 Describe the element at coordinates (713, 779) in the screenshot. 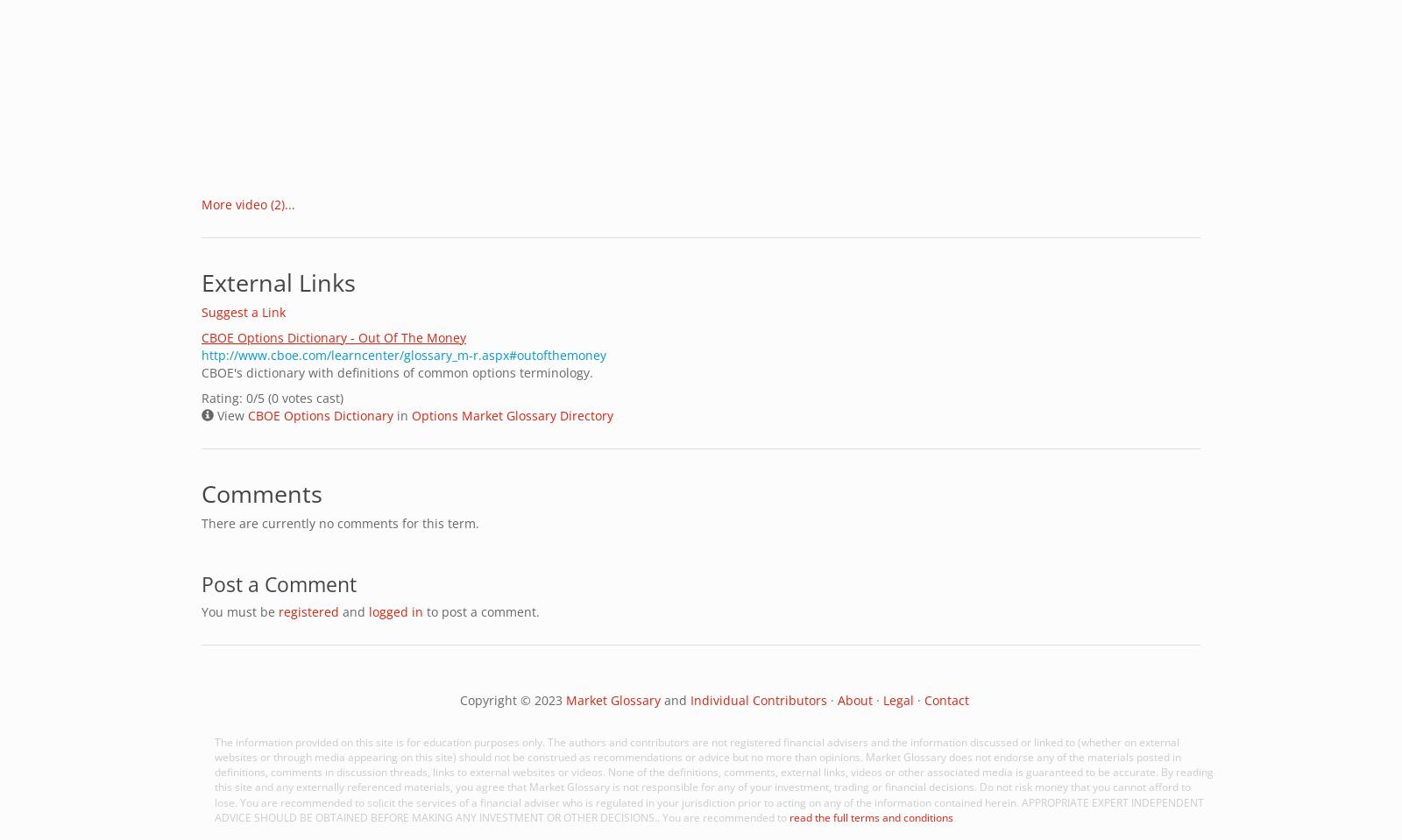

I see `'The information provided on this site is for education purposes only. The authors and contributors are not registered financial advisers and the information discussed or linked to (whether on external websites or through media appearing on this site) should not be construed as recommendations or advice but no more than opinions. Market Glossary does not endorse any of the materials posted in definitions, comments in discussion threads, links to external websites or videos. None of the definitions, comments, external links, videos or other associated media is guaranteed to be accurate. By reading this site and any externally referenced materials, you agree that Market Glossary is not responsible for any of your investment, trading or financial decisions. Do not risk money that you cannot afford to lose.  You are recommended to solicit the services of a financial adviser who is regulated in your jurisdiction prior to acting on any of the information contained herein.  APPROPRIATE EXPERT INDEPENDENT ADVICE SHOULD BE OBTAINED BEFORE MAKING ANY INVESTMENT OR OTHER DECISIONS..  You are recommended to'` at that location.